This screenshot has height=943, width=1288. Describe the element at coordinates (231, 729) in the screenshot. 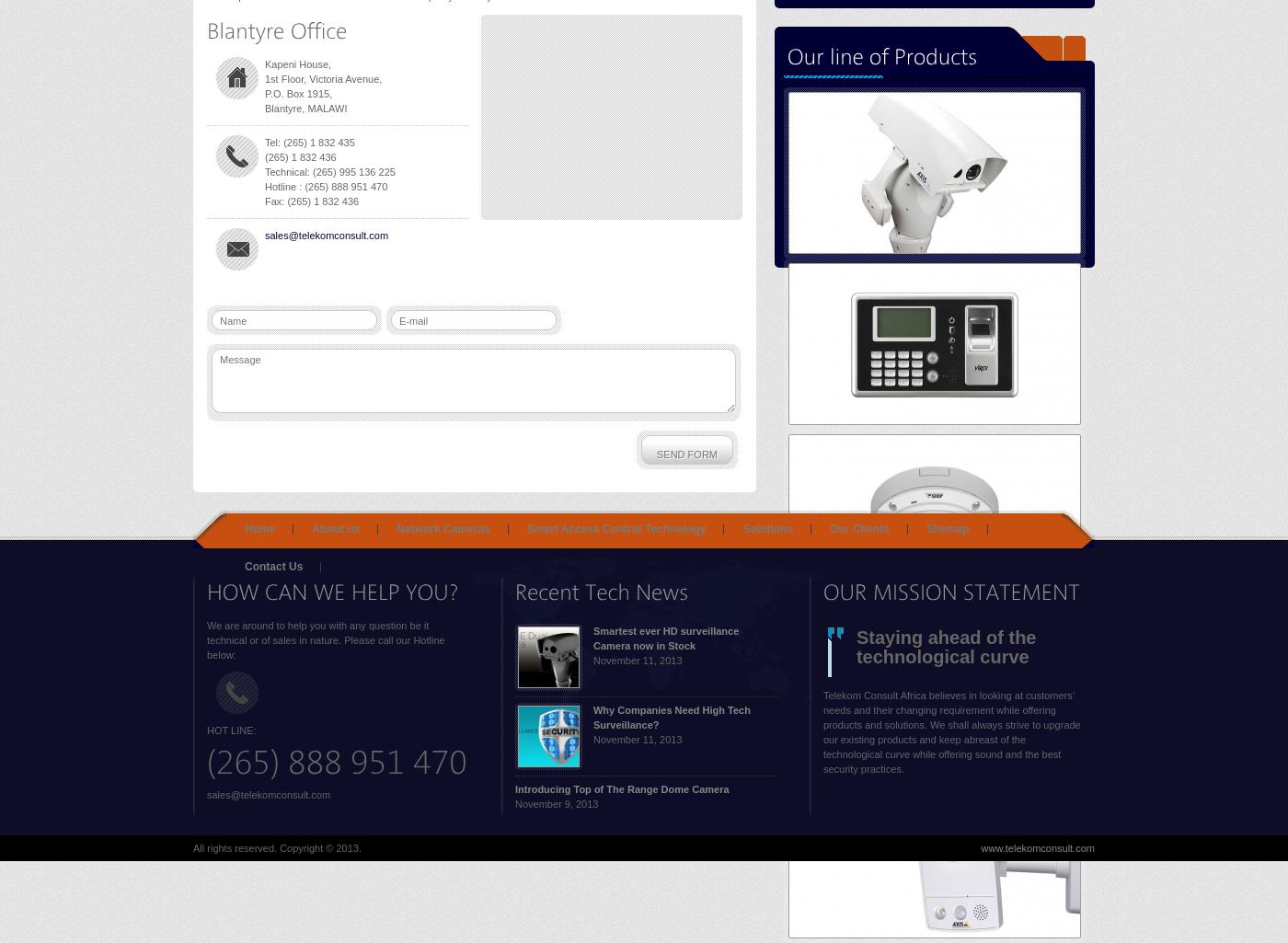

I see `'HOT LINE:'` at that location.